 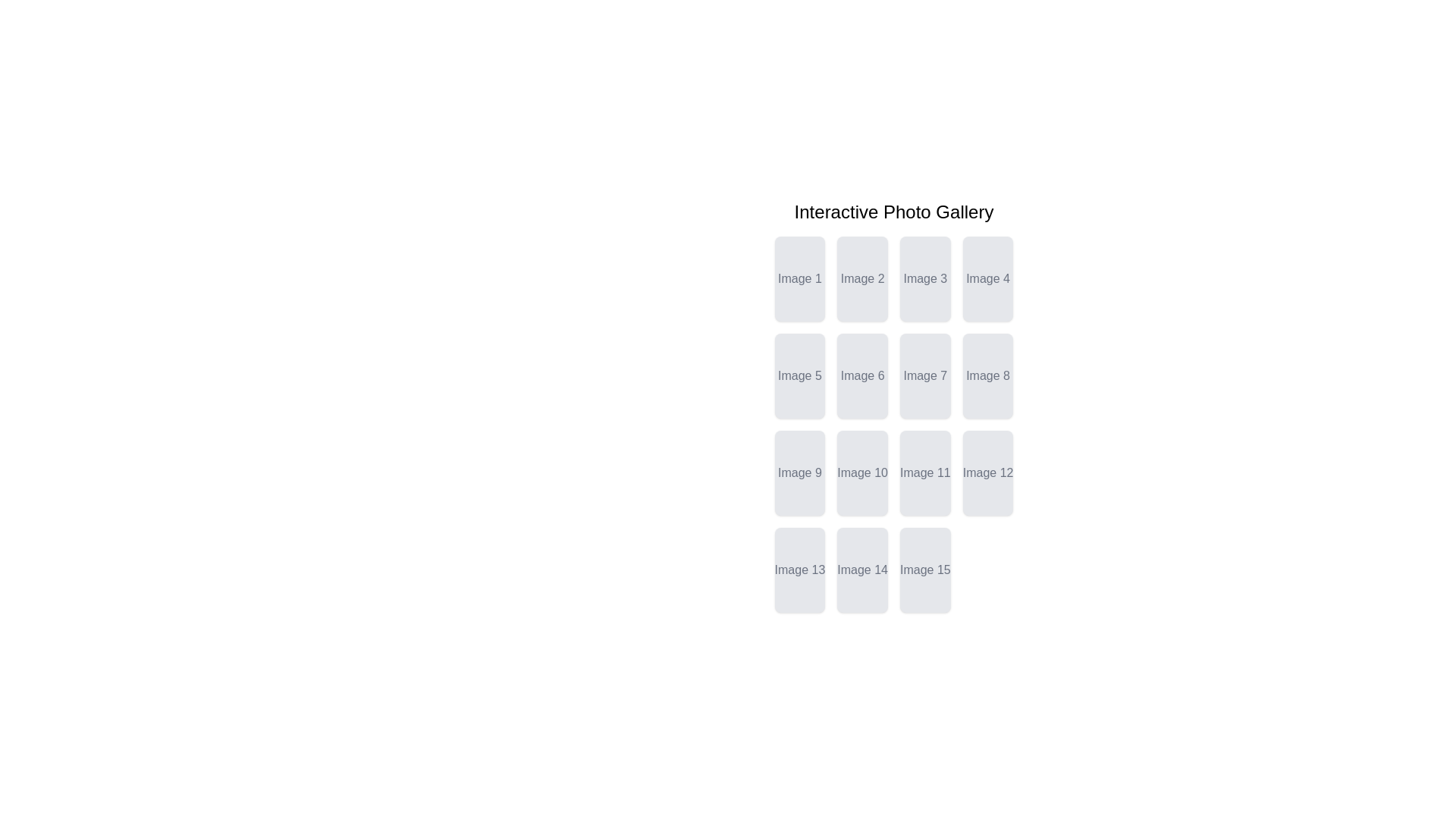 What do you see at coordinates (988, 375) in the screenshot?
I see `the Interactive image tile labeled 'Image 8'` at bounding box center [988, 375].